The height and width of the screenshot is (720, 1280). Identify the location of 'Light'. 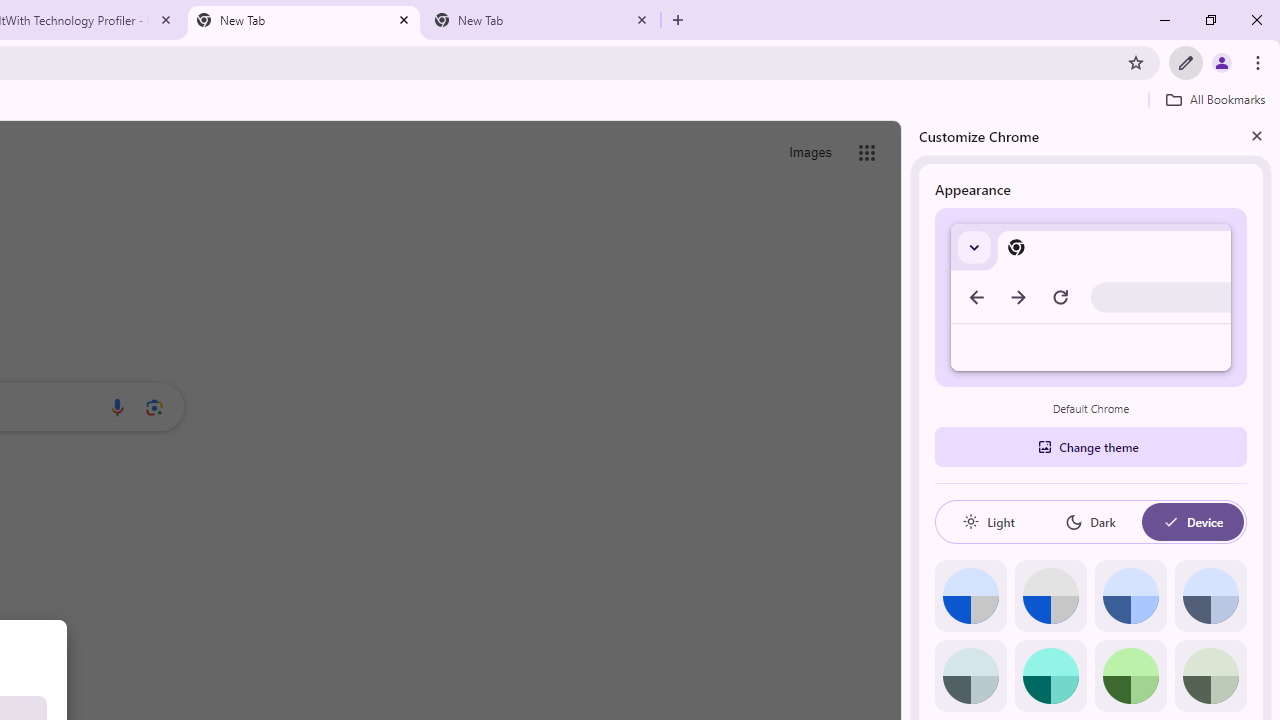
(988, 521).